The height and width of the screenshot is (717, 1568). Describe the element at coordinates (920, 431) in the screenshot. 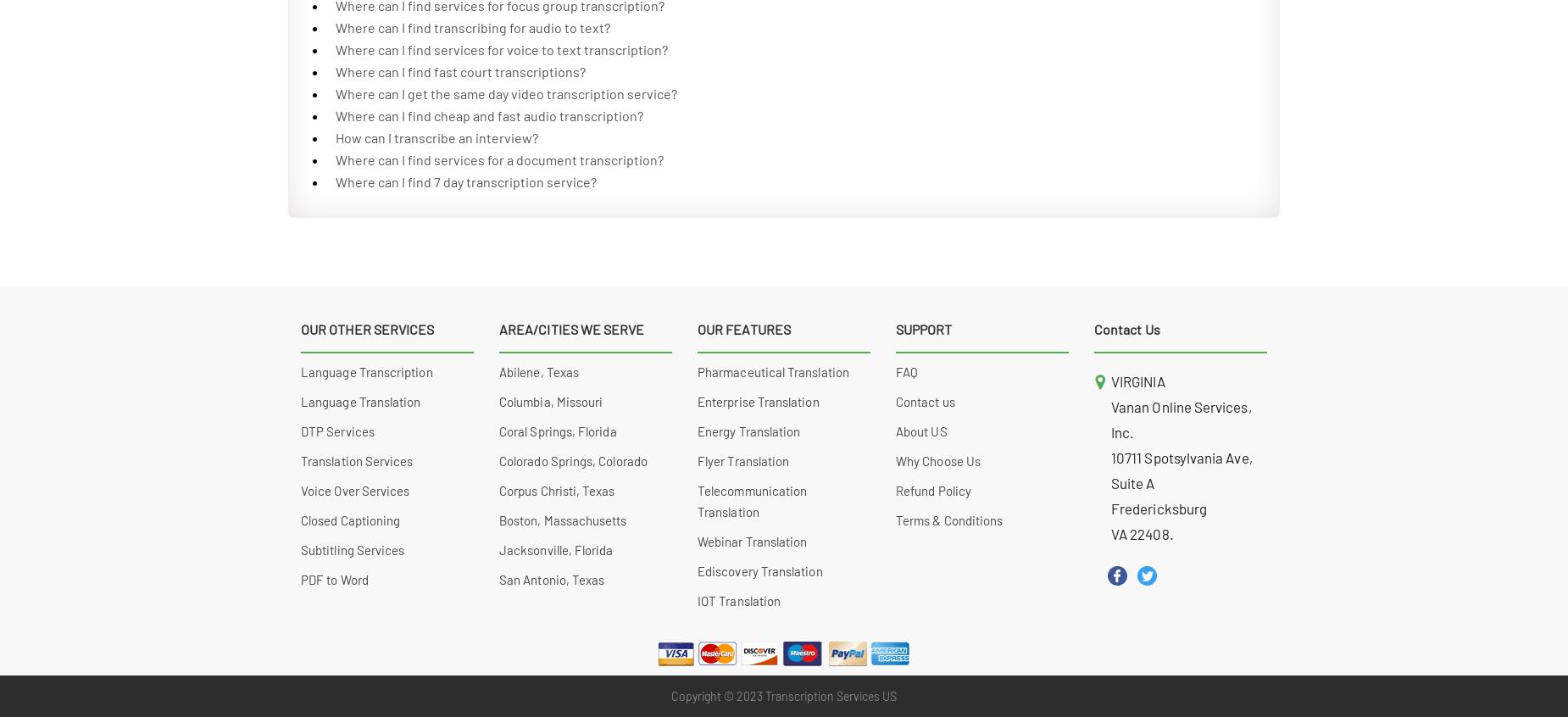

I see `'About US'` at that location.